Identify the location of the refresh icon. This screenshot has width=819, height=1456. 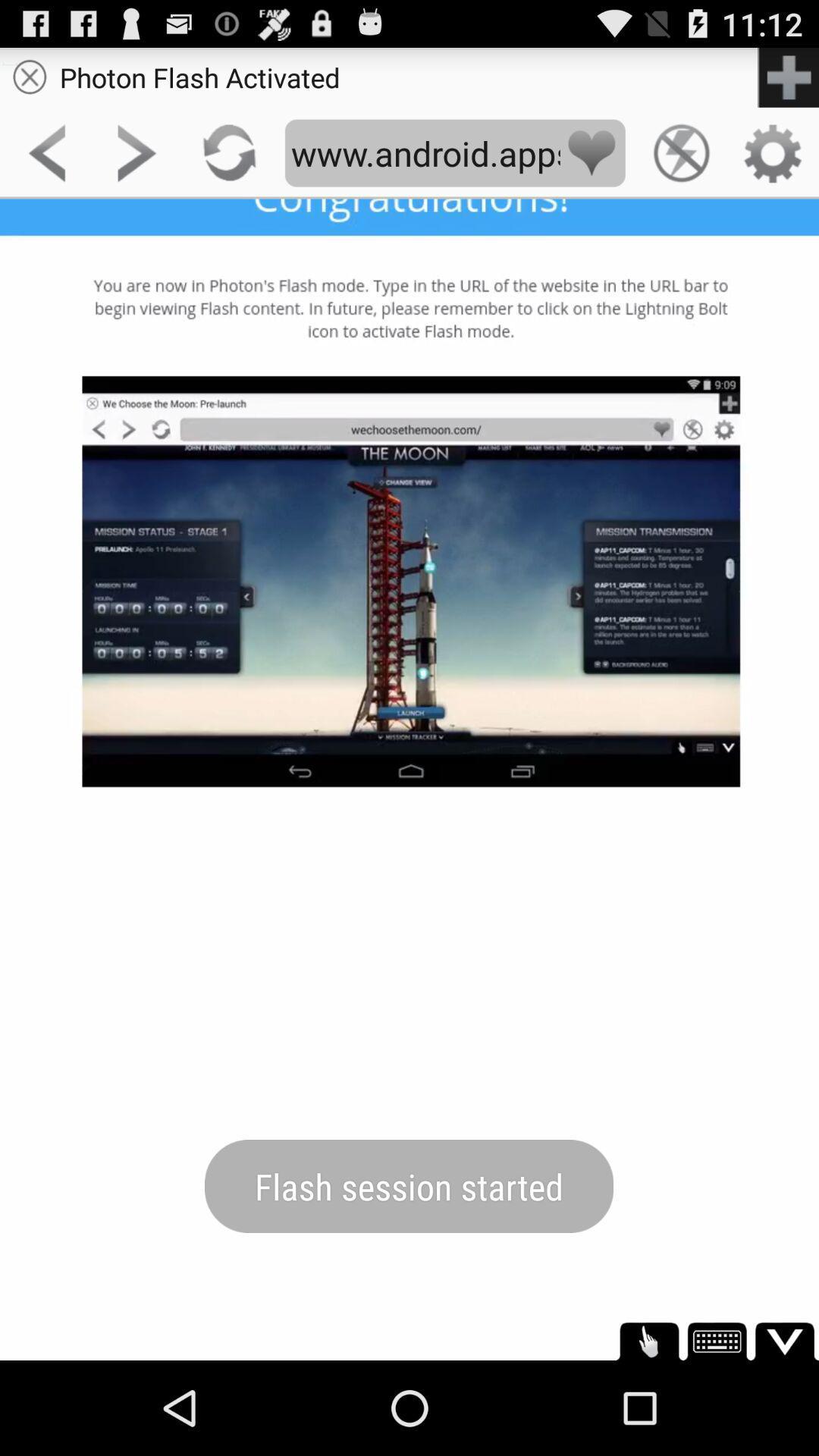
(228, 164).